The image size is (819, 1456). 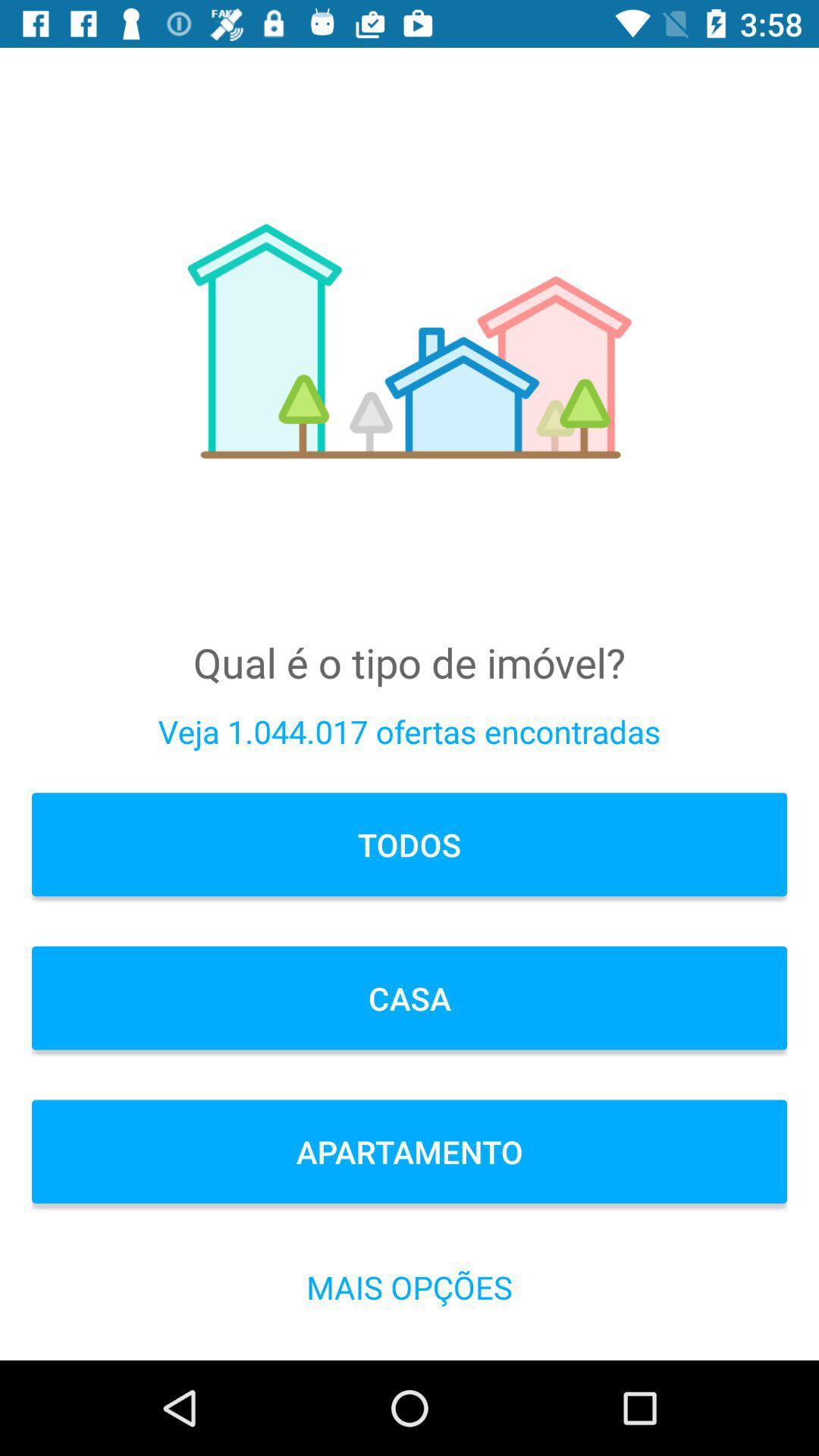 I want to click on the todos, so click(x=409, y=843).